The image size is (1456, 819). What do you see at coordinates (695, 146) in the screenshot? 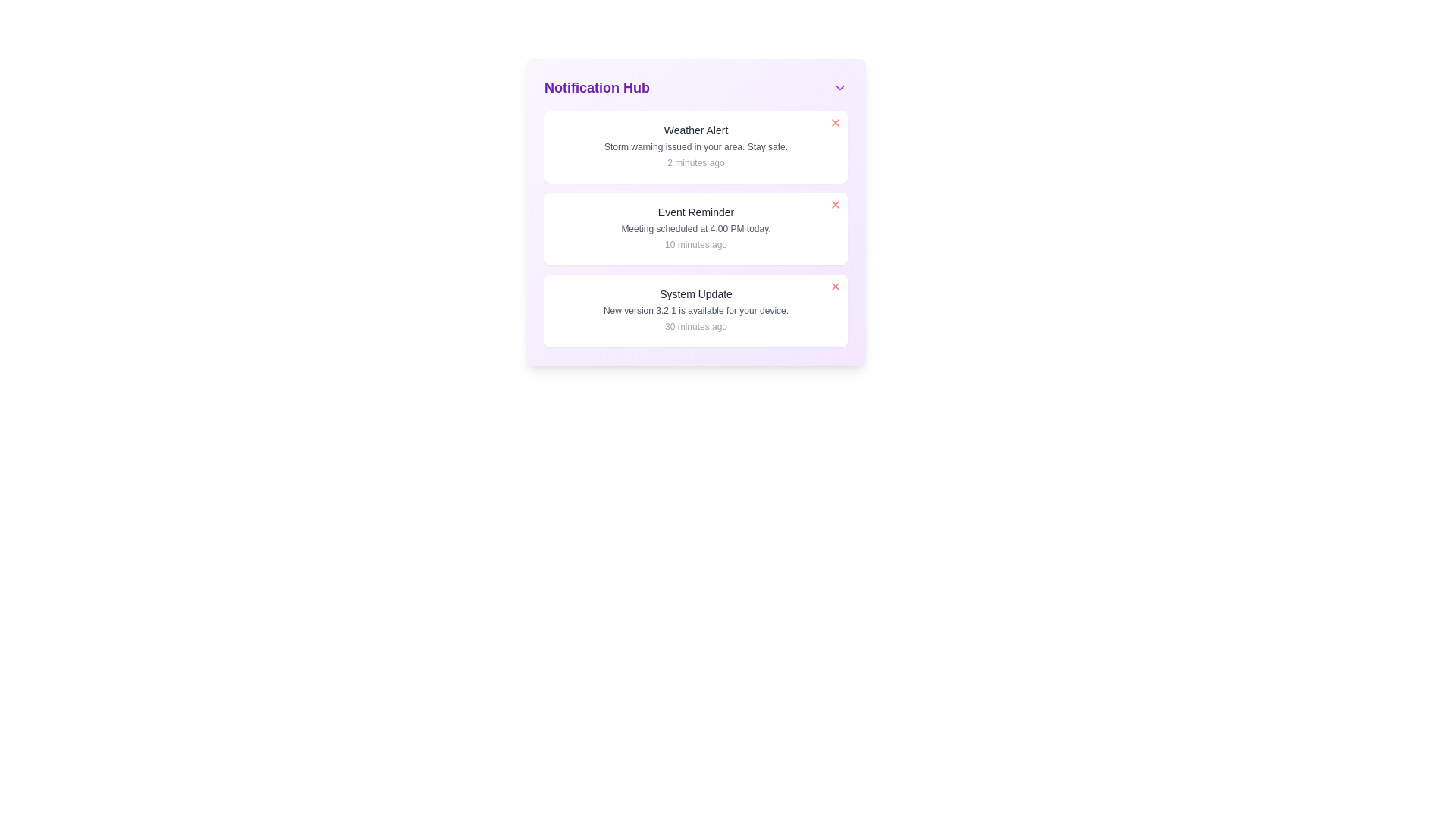
I see `text label stating 'Storm warning issued in your area. Stay safe.' located within the notification card titled 'Weather Alert'` at bounding box center [695, 146].